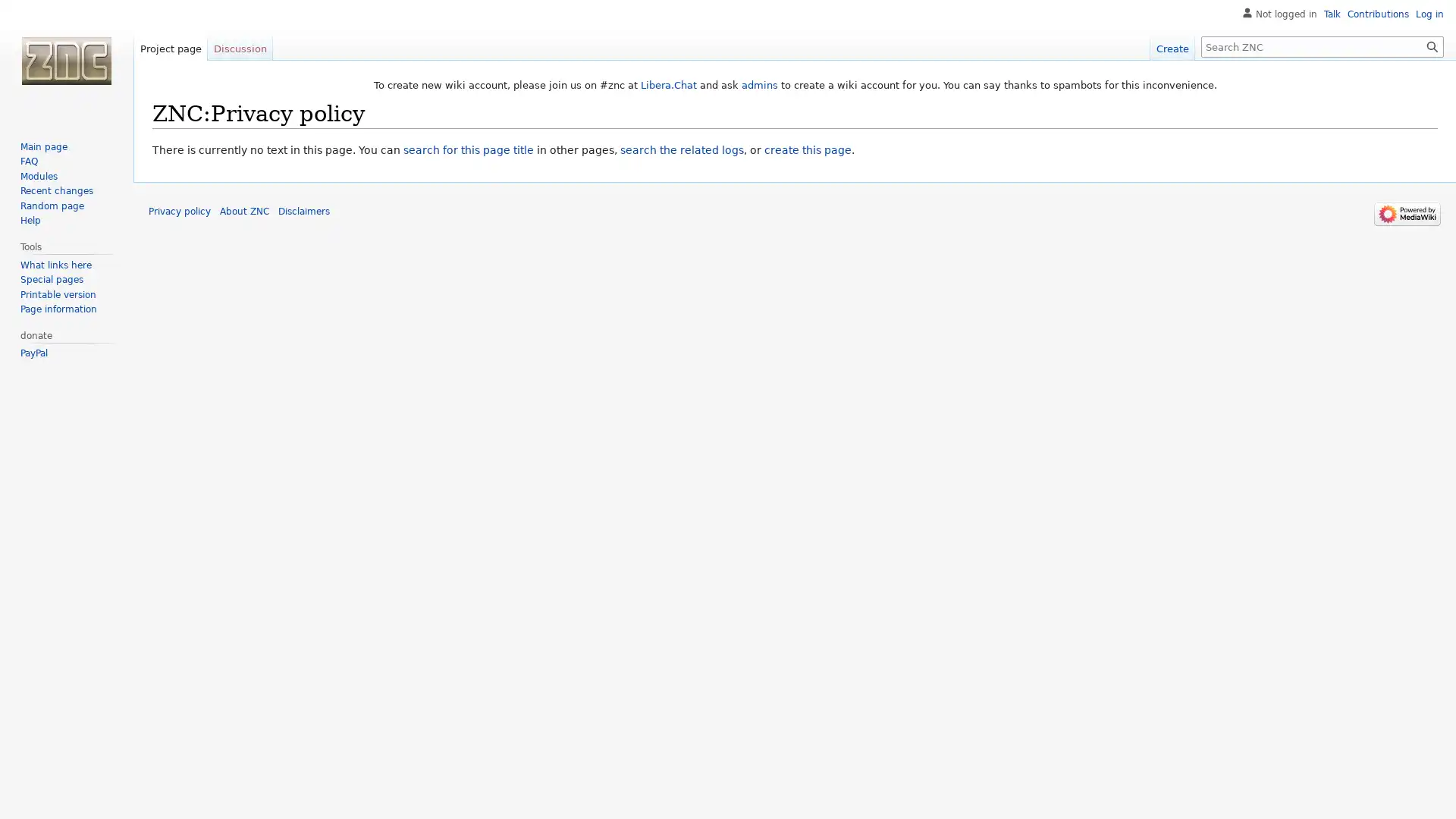 The height and width of the screenshot is (819, 1456). I want to click on Search, so click(1432, 45).